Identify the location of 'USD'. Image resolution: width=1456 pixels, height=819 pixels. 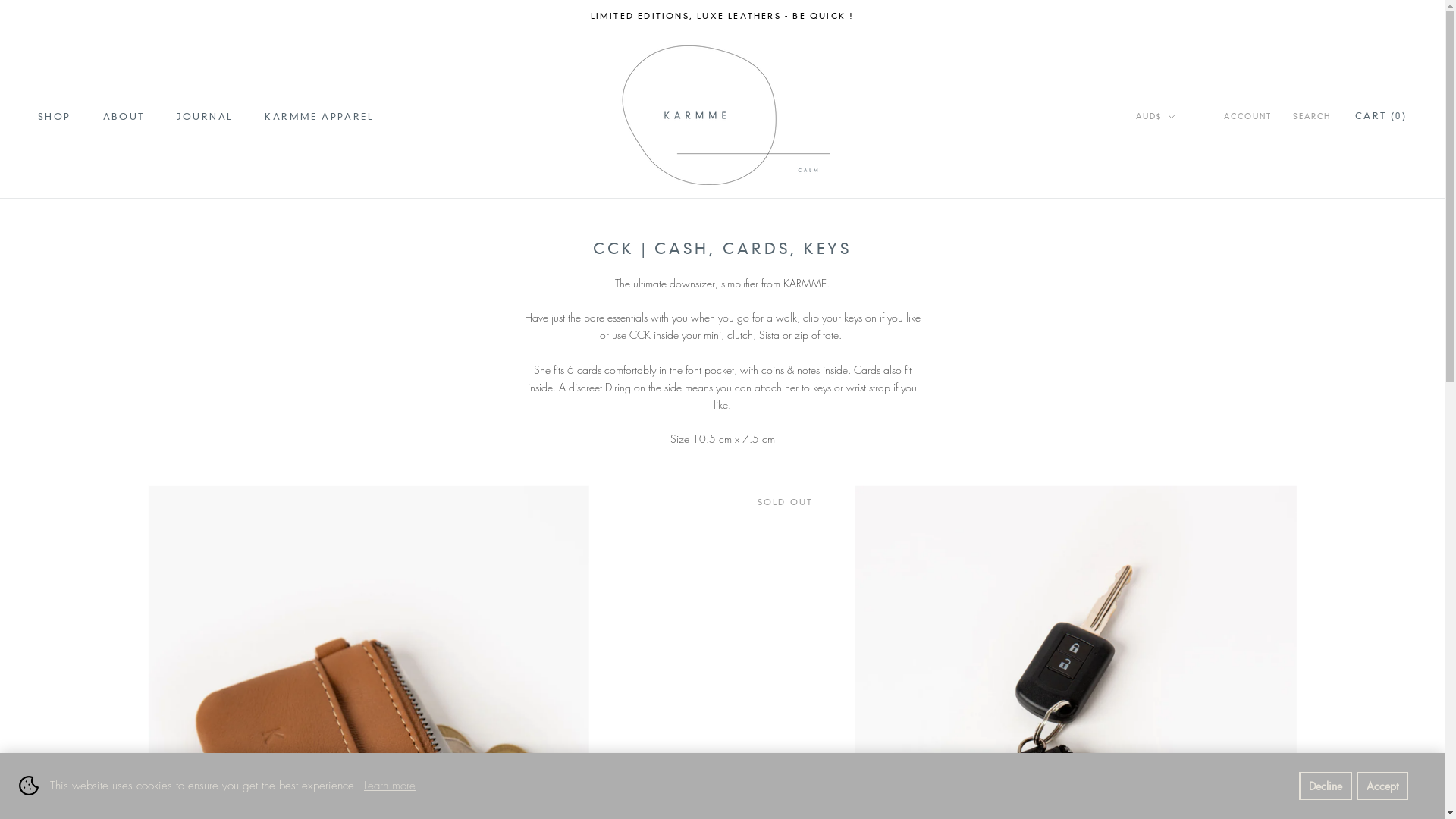
(1175, 248).